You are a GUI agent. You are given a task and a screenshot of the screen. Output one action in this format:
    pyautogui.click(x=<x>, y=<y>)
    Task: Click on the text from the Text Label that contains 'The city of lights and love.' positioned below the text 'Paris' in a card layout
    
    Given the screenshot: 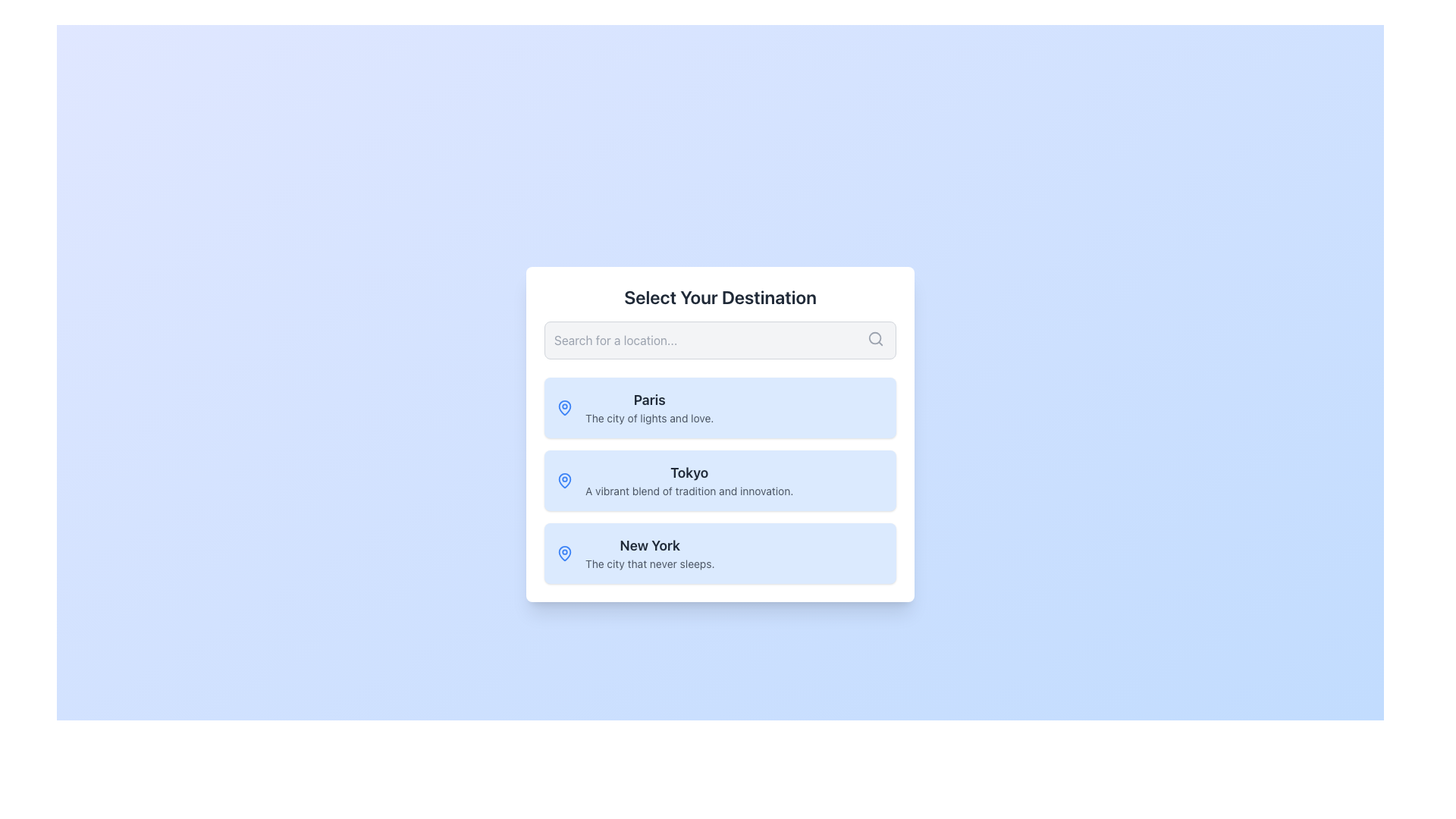 What is the action you would take?
    pyautogui.click(x=649, y=418)
    